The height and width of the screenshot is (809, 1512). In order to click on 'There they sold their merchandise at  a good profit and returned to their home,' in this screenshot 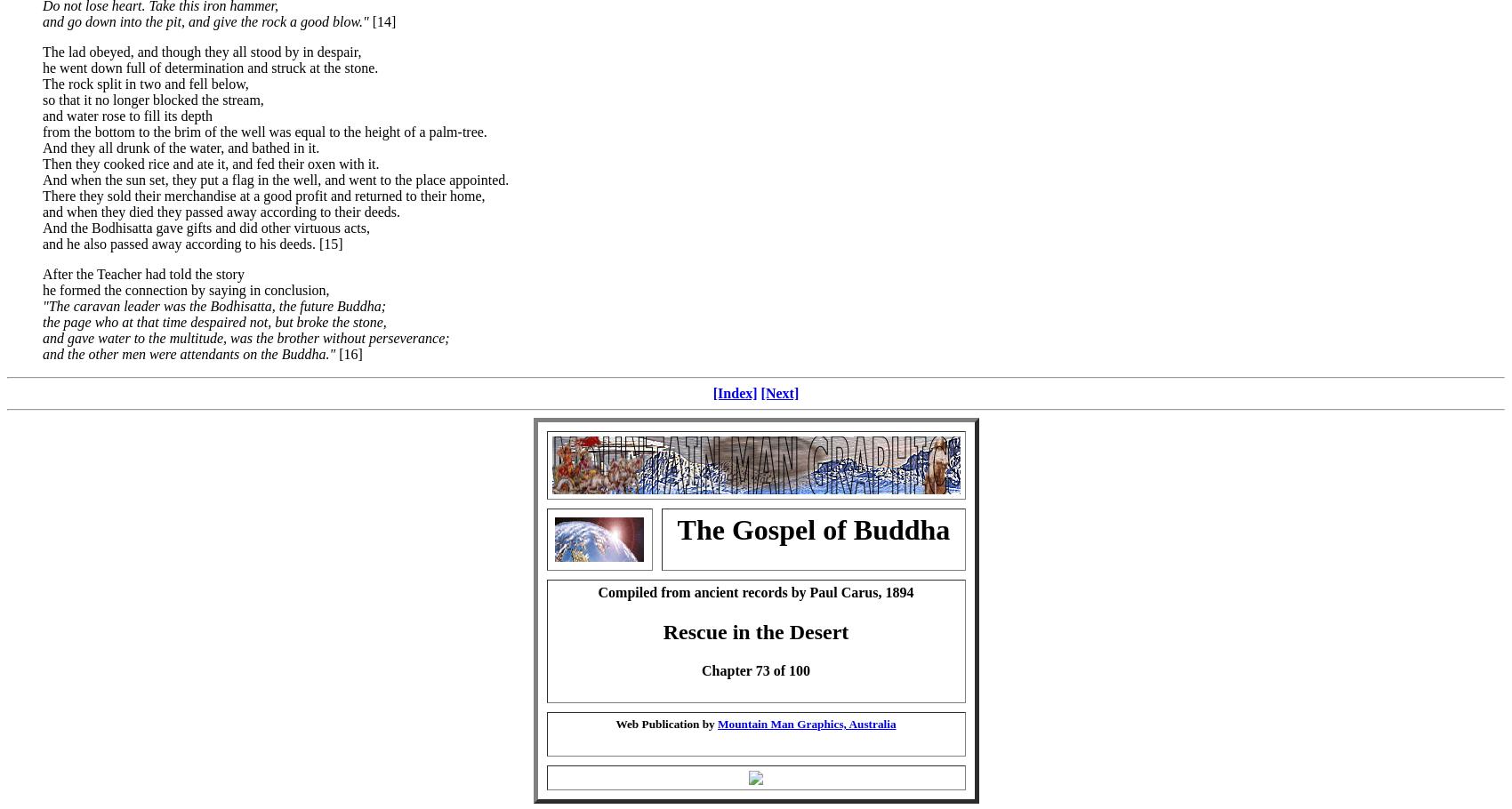, I will do `click(263, 194)`.